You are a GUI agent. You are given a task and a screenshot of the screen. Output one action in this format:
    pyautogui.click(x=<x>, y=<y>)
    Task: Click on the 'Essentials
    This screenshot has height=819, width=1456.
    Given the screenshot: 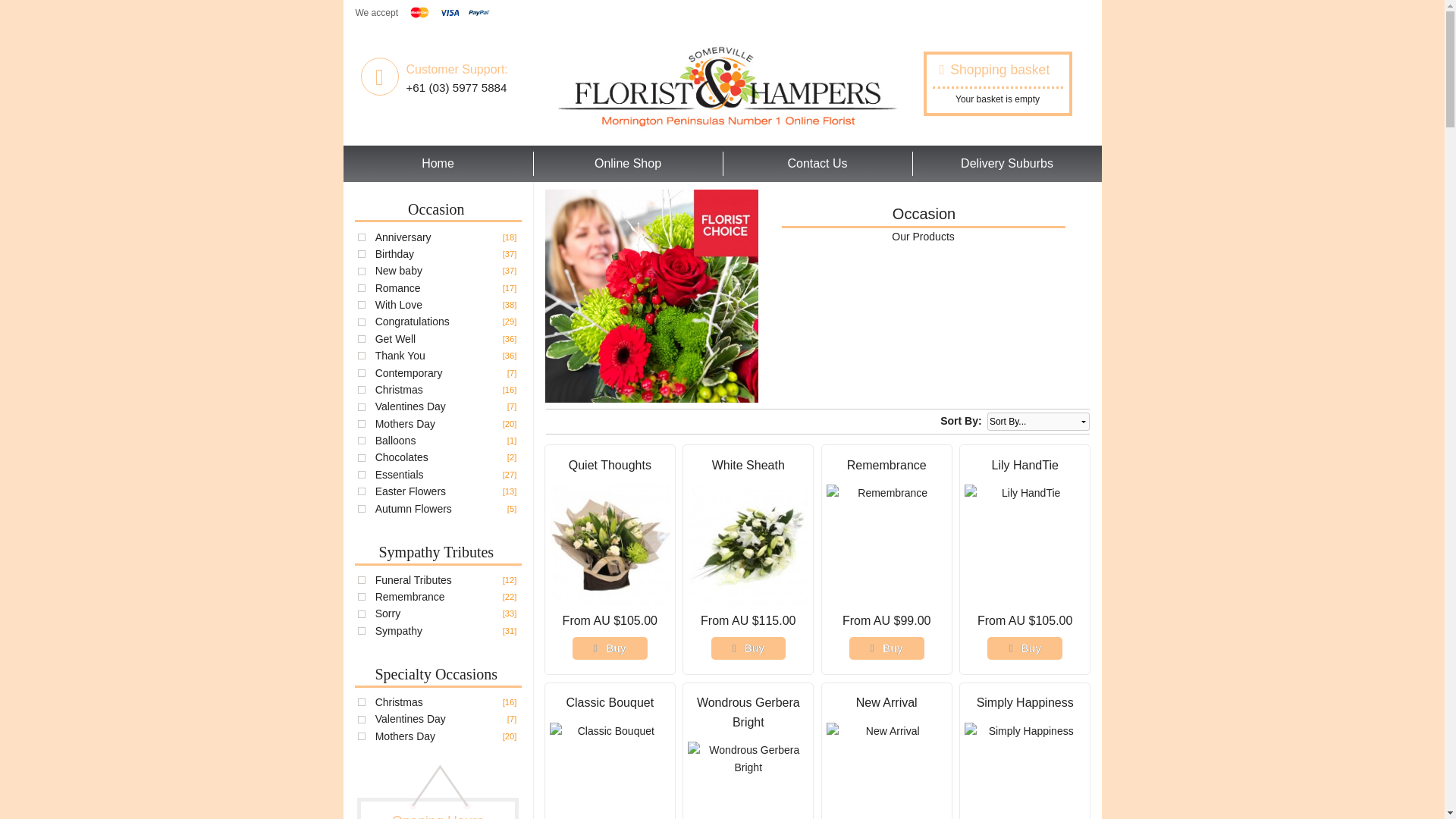 What is the action you would take?
    pyautogui.click(x=375, y=473)
    